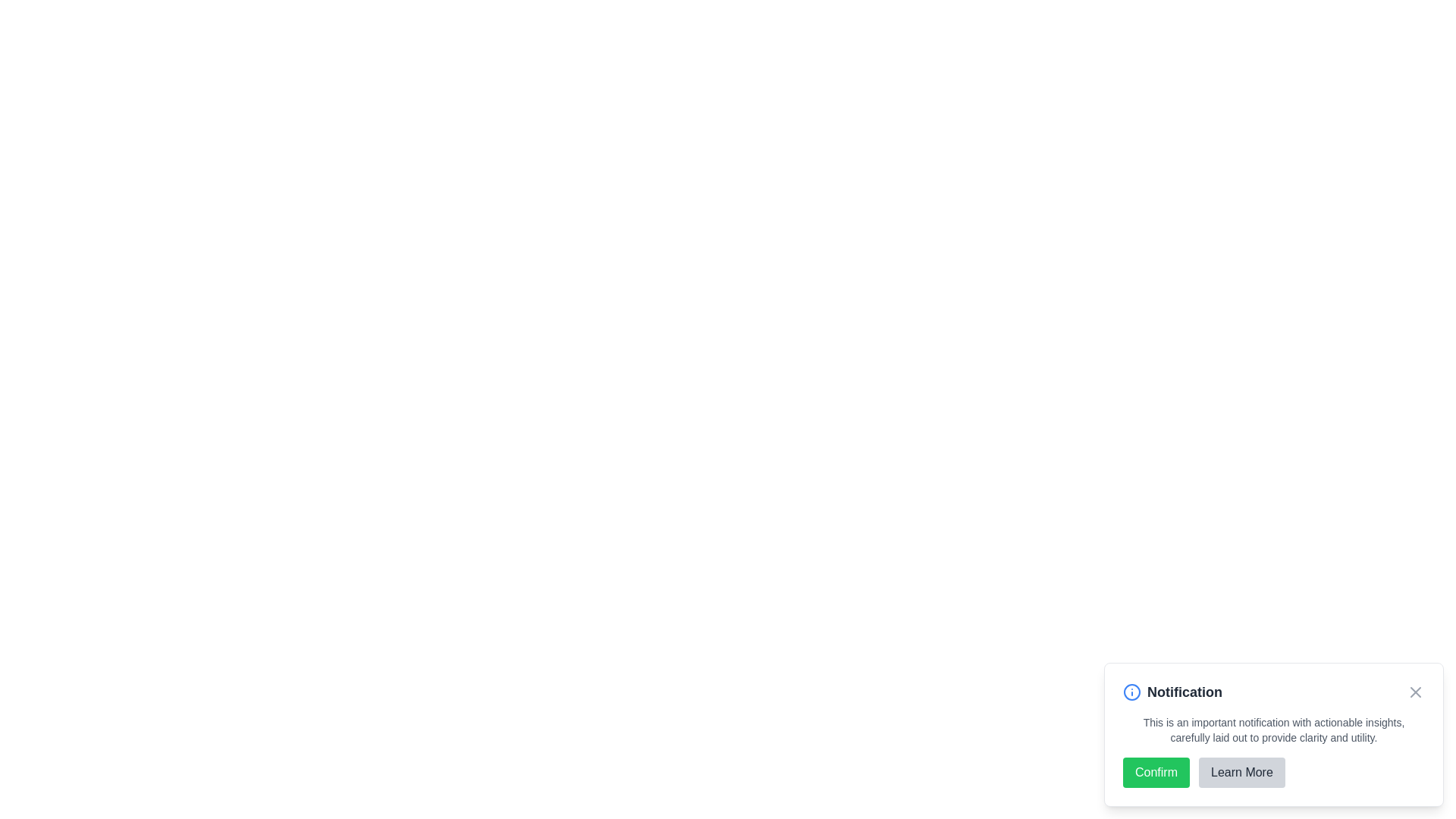 This screenshot has width=1456, height=819. What do you see at coordinates (1241, 772) in the screenshot?
I see `the button located at the bottom right corner of the notification modal` at bounding box center [1241, 772].